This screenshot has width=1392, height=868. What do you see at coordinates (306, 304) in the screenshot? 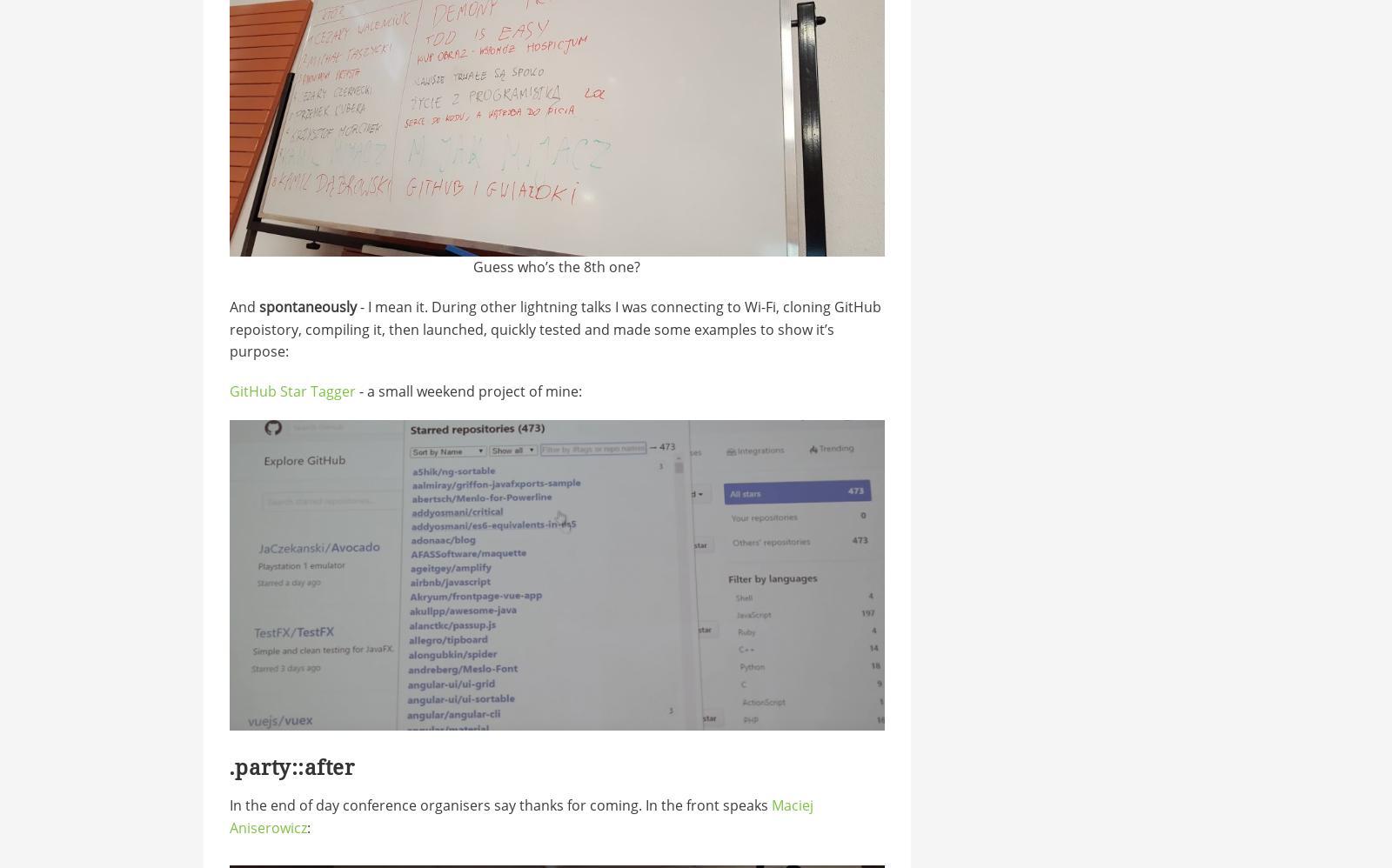
I see `'spontaneously'` at bounding box center [306, 304].